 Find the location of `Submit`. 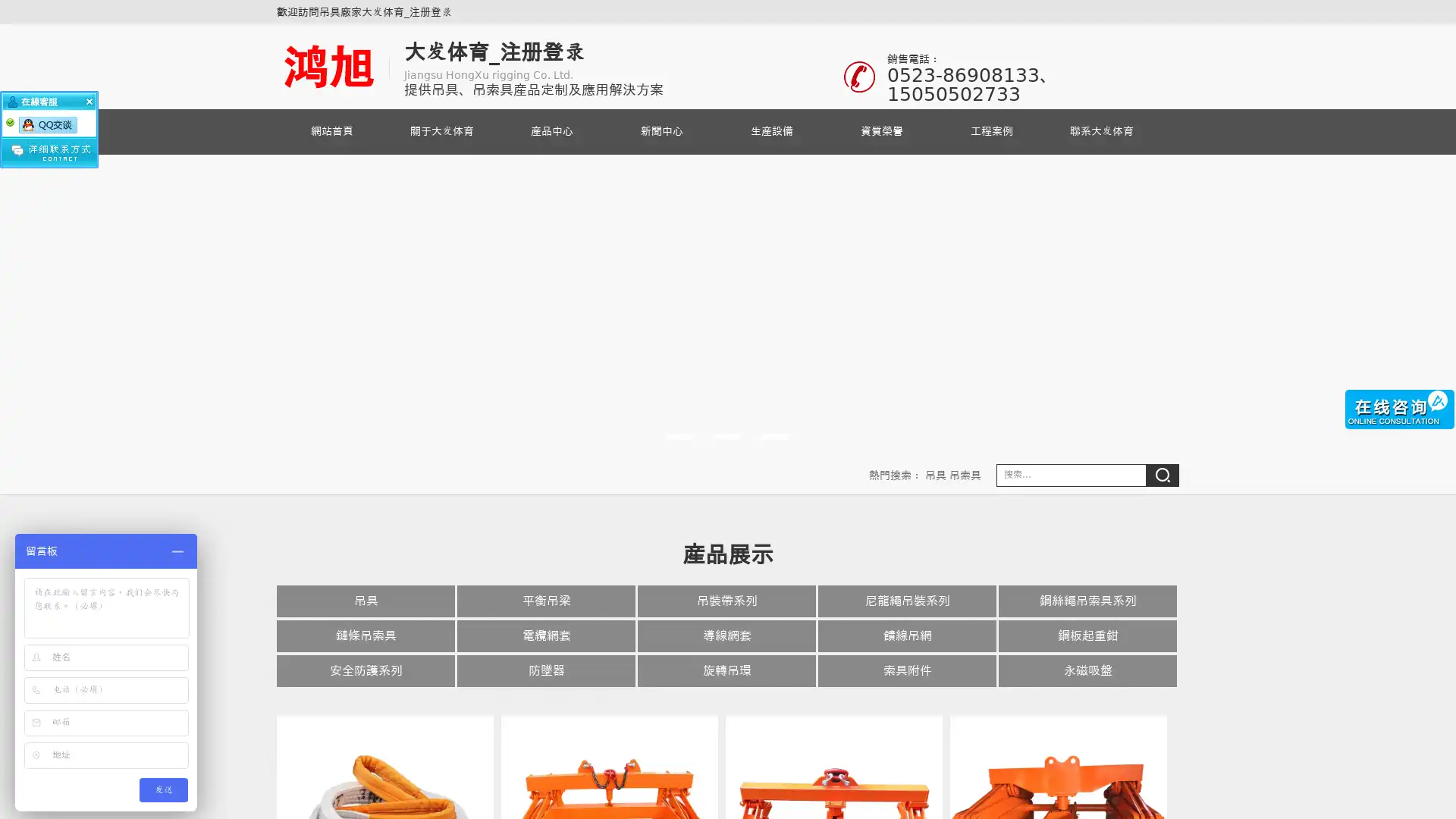

Submit is located at coordinates (1162, 475).